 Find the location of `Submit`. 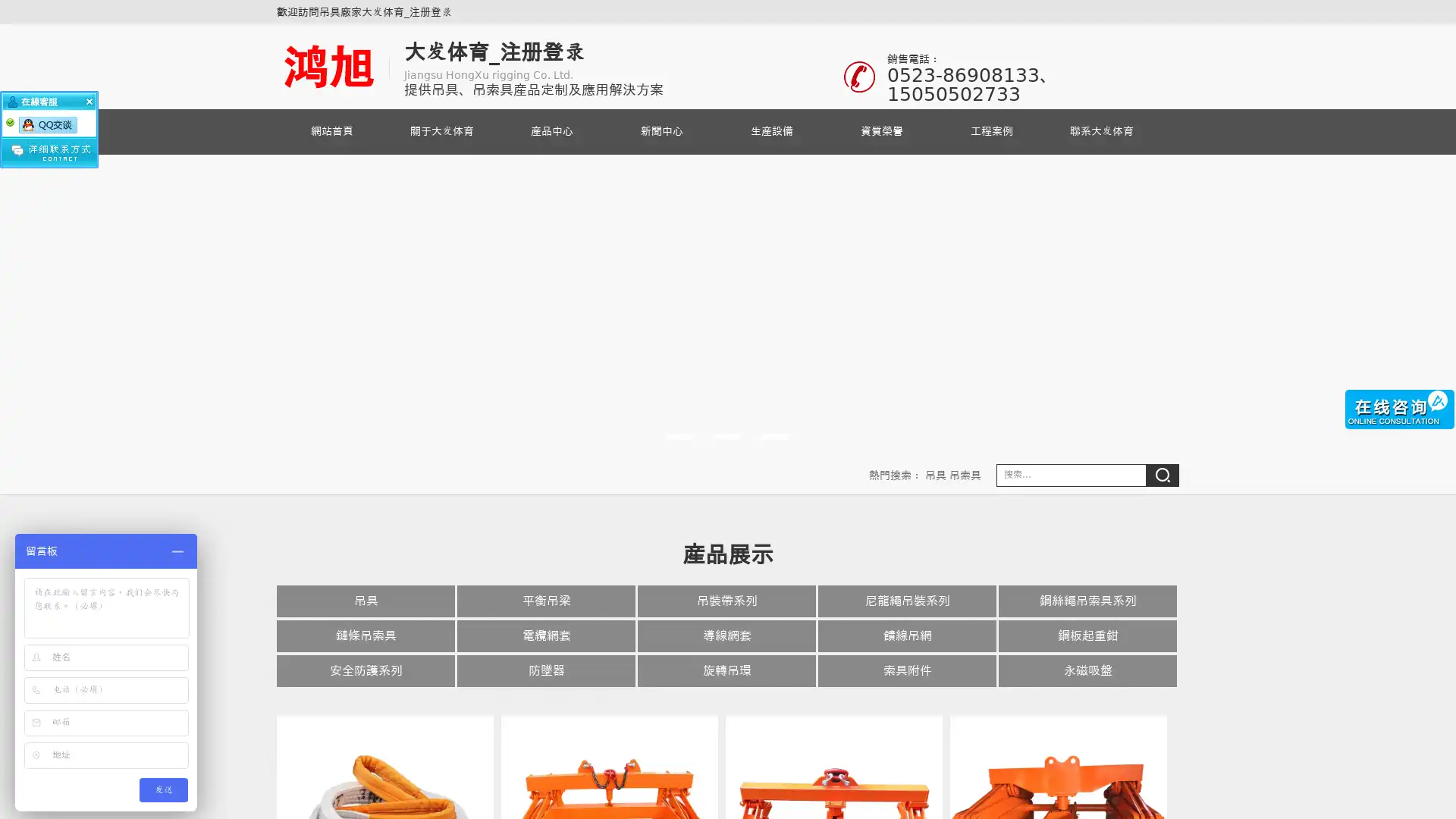

Submit is located at coordinates (1162, 475).